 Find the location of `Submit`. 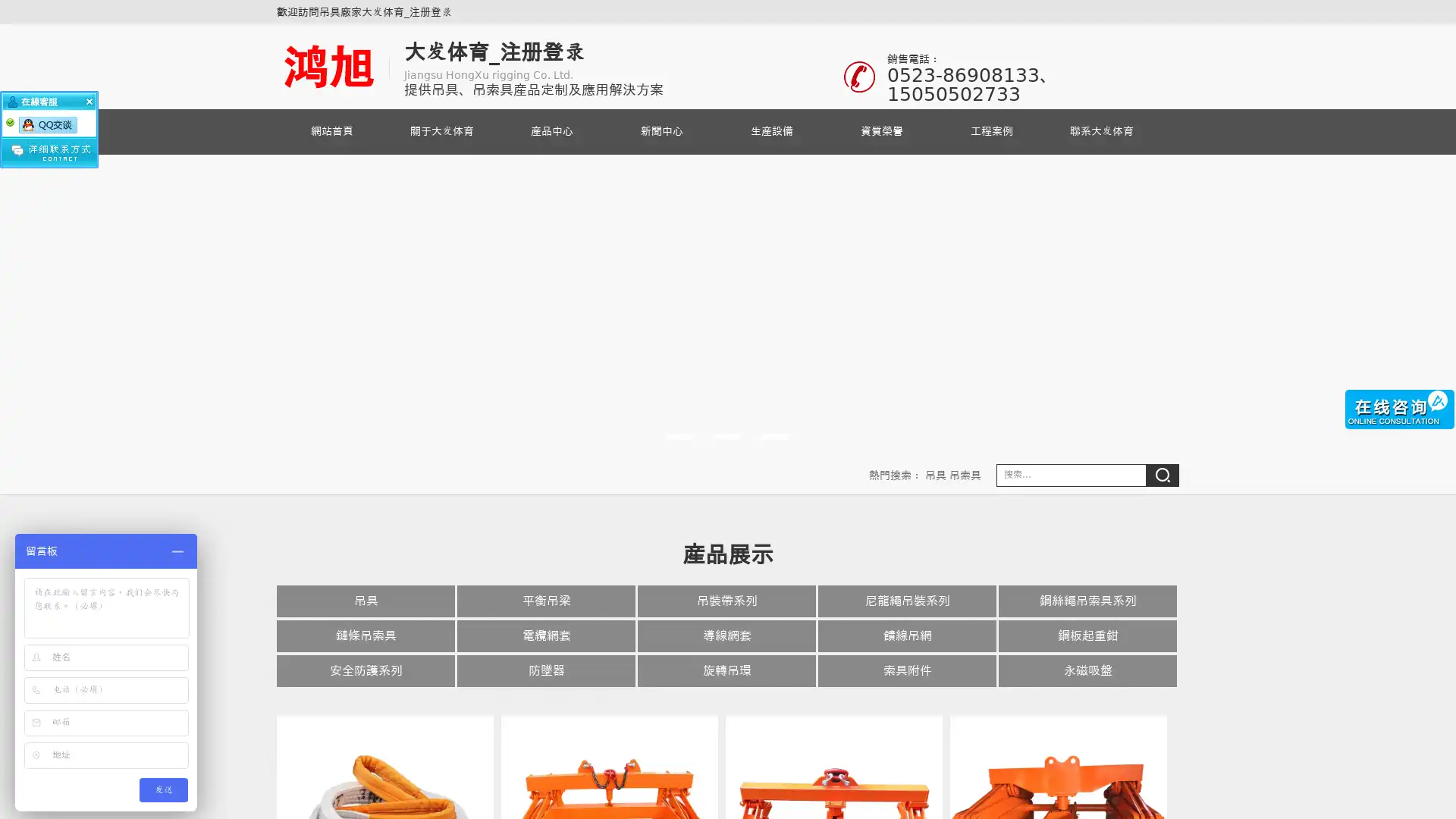

Submit is located at coordinates (1162, 475).